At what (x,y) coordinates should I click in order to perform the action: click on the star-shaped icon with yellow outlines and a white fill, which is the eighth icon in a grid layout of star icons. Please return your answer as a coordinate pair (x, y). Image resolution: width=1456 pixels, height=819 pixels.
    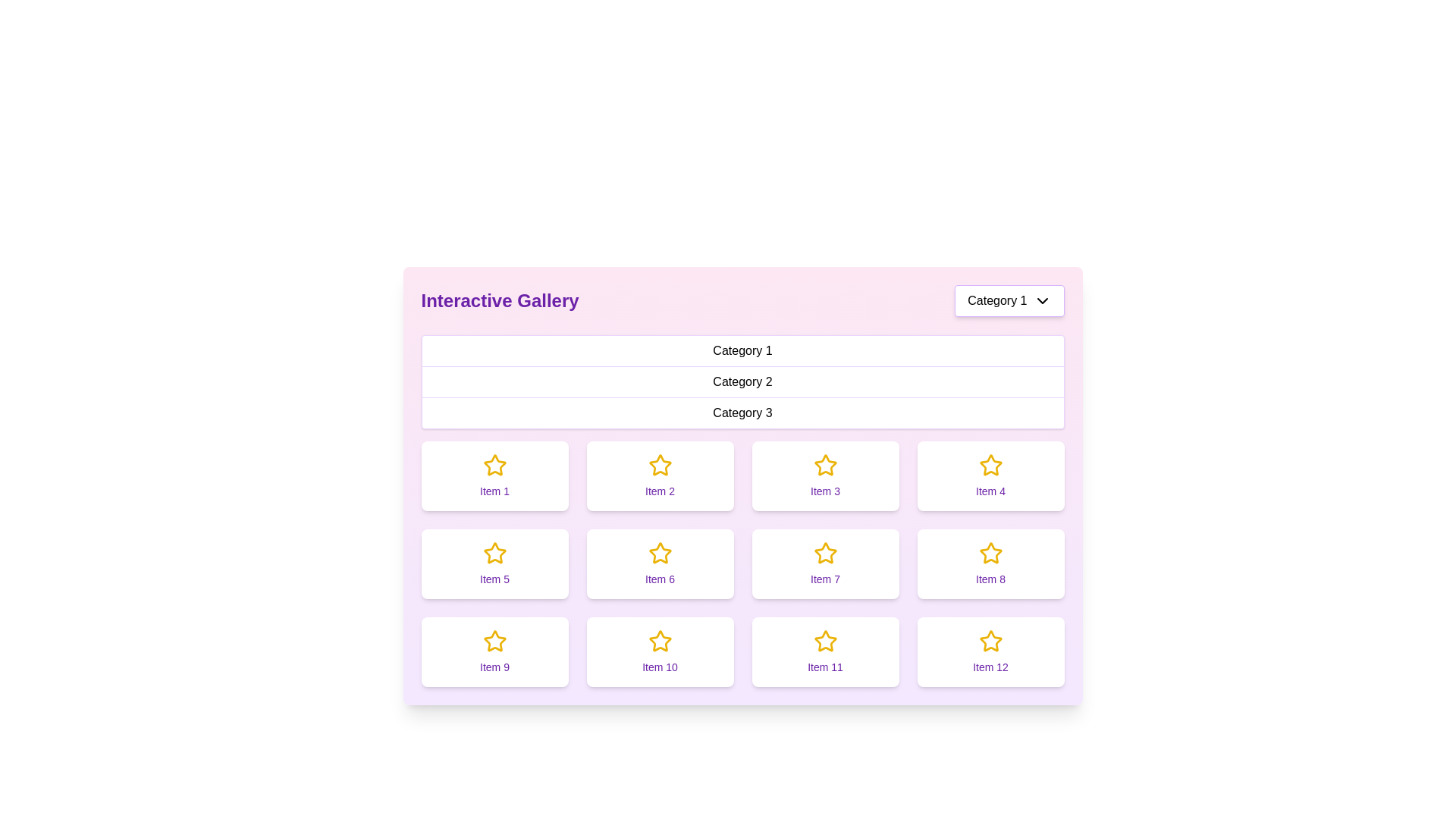
    Looking at the image, I should click on (990, 553).